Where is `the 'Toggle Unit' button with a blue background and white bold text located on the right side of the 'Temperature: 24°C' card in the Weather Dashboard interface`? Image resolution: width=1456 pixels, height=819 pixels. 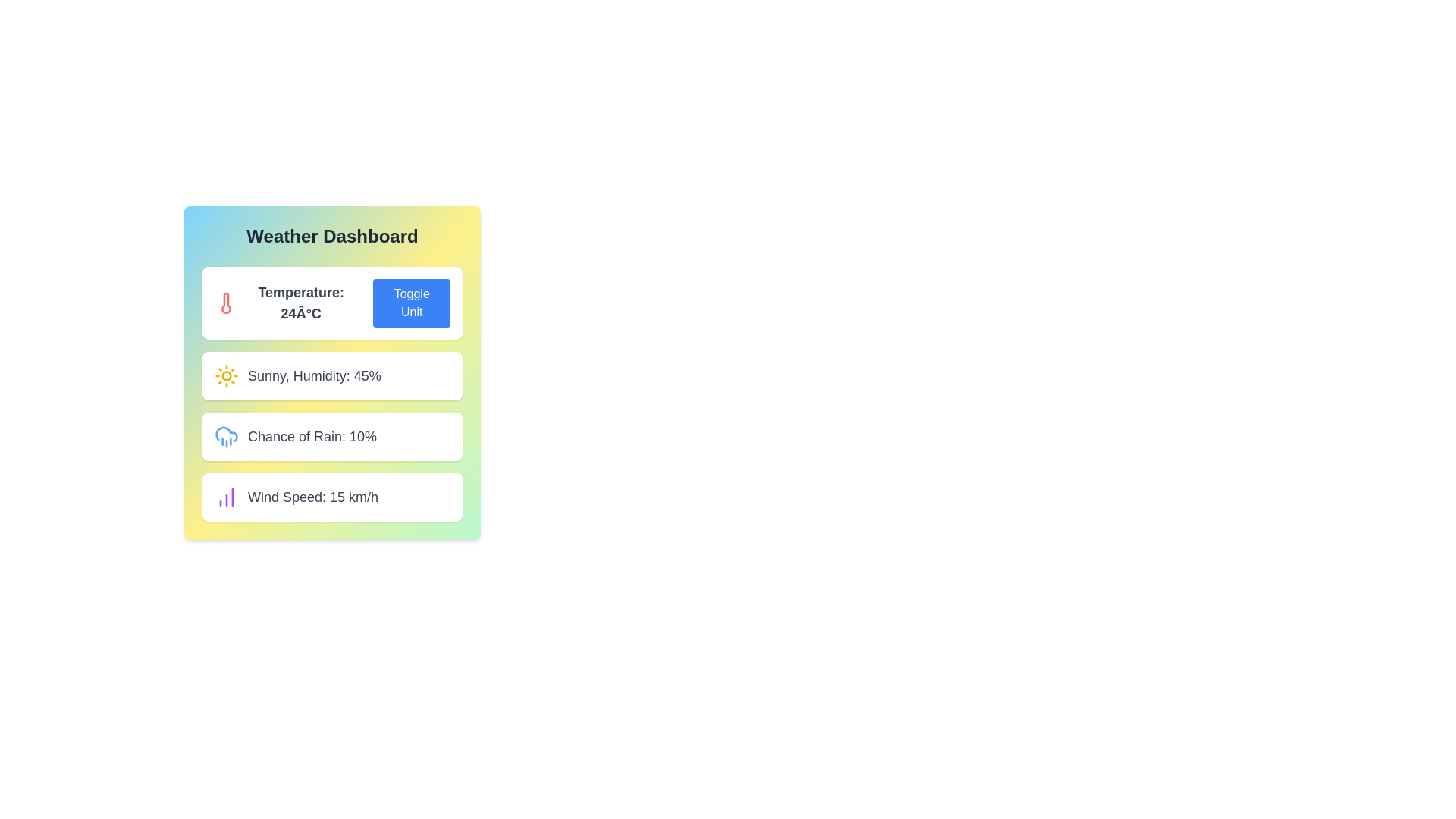 the 'Toggle Unit' button with a blue background and white bold text located on the right side of the 'Temperature: 24°C' card in the Weather Dashboard interface is located at coordinates (412, 303).